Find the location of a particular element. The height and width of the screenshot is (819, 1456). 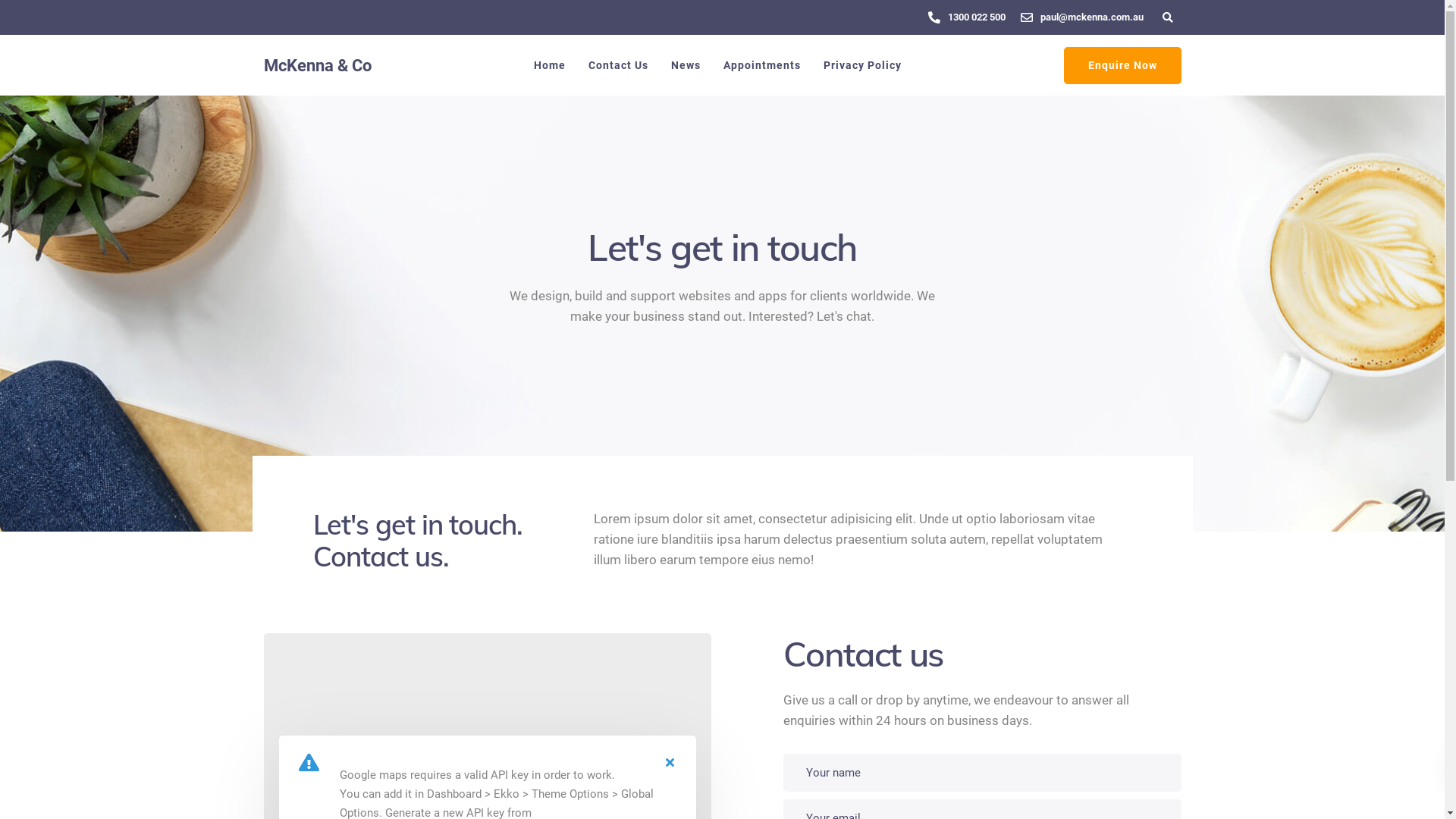

'1300 022 500' is located at coordinates (980, 17).